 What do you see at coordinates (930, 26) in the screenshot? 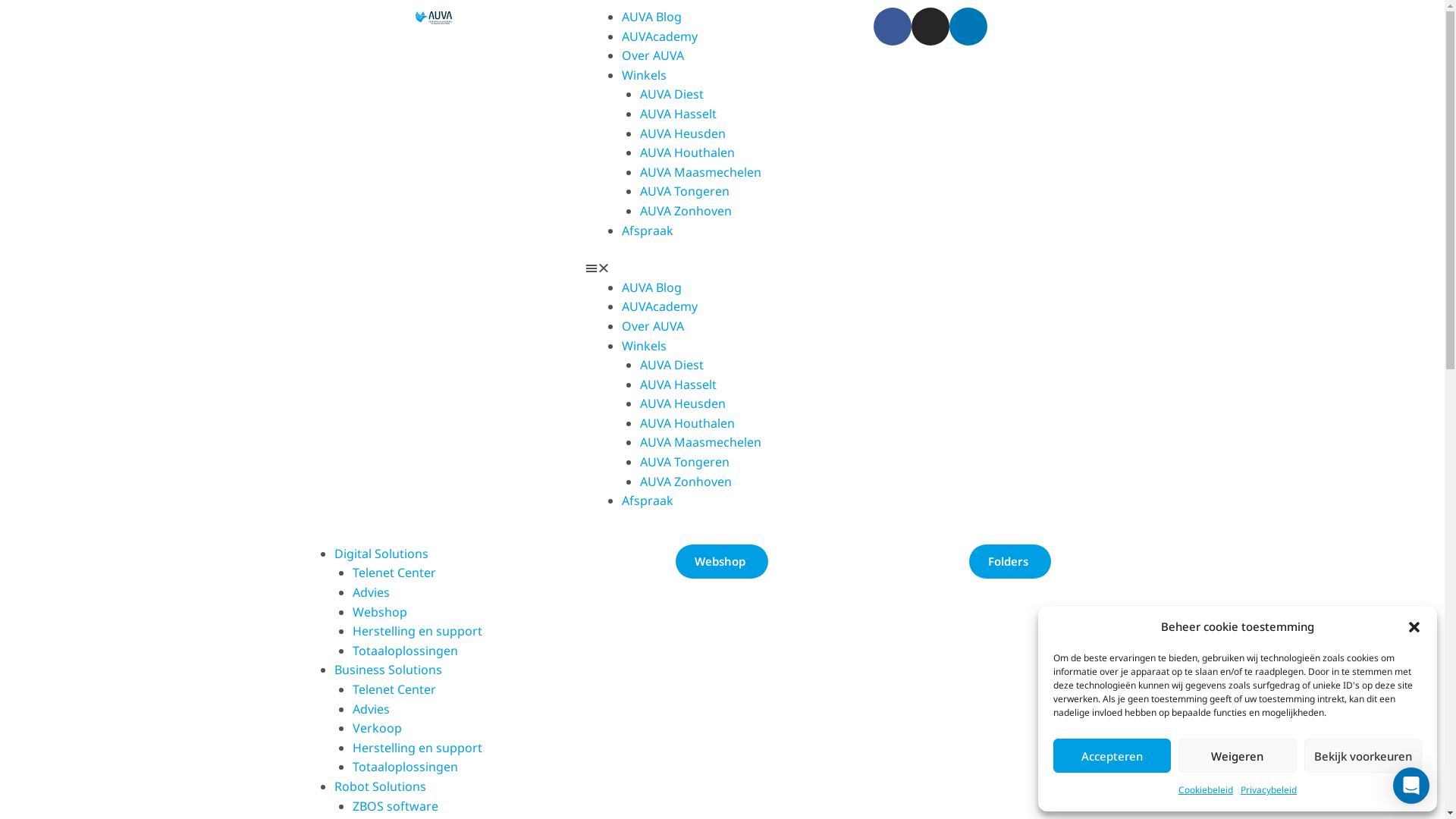
I see `'Instagram'` at bounding box center [930, 26].